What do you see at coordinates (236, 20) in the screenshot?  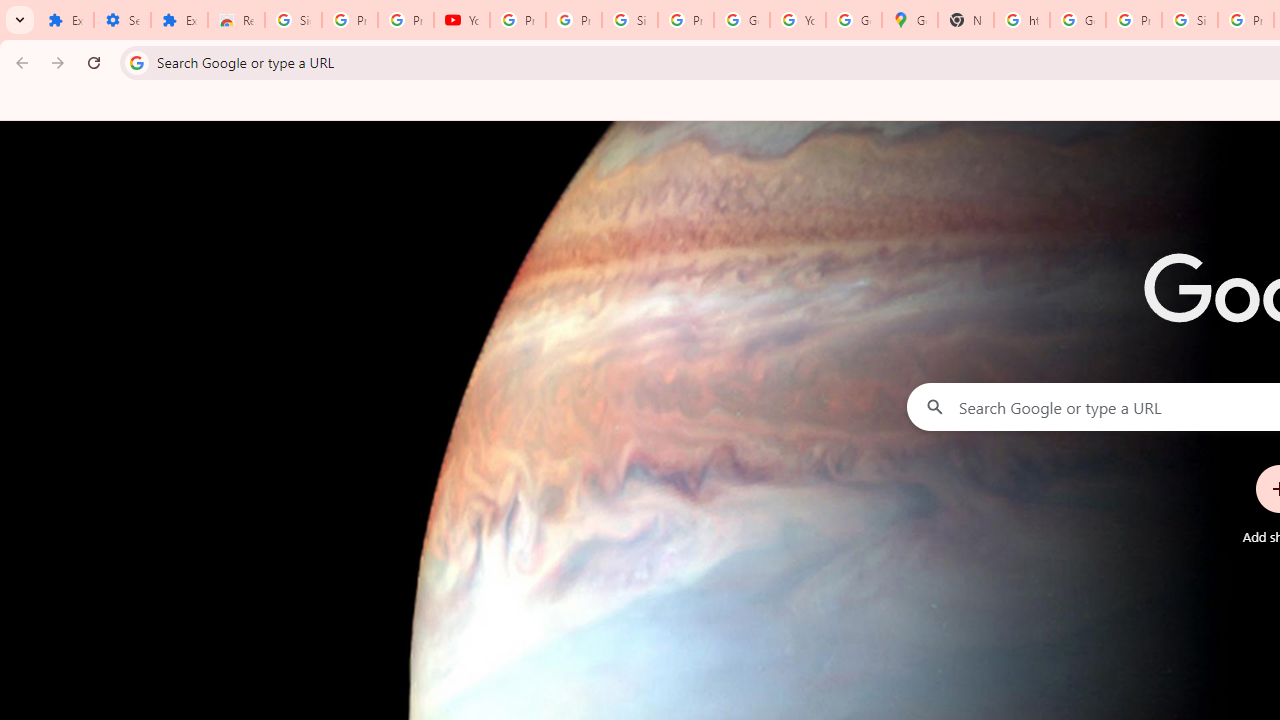 I see `'Reviews: Helix Fruit Jump Arcade Game'` at bounding box center [236, 20].